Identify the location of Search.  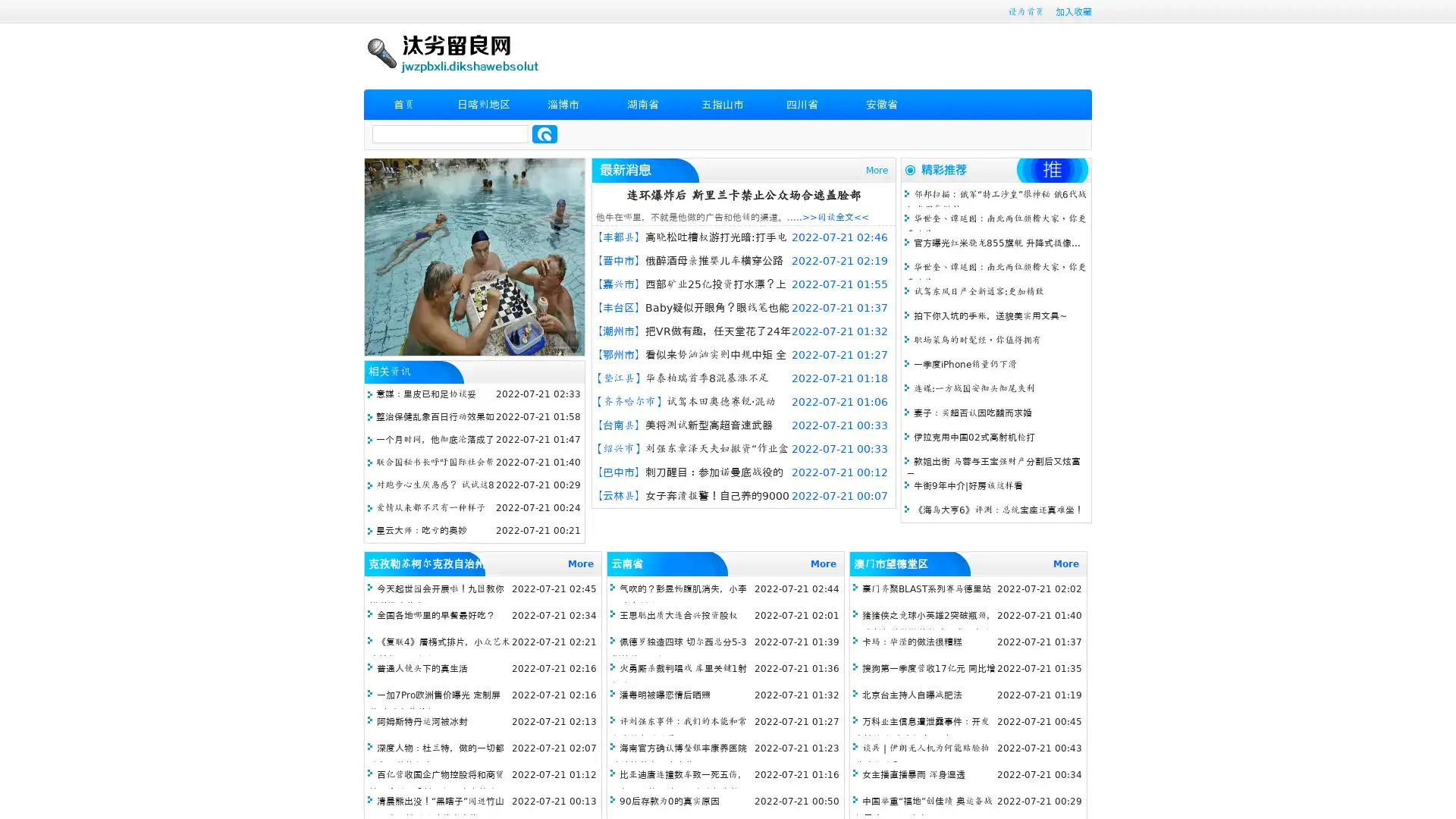
(544, 133).